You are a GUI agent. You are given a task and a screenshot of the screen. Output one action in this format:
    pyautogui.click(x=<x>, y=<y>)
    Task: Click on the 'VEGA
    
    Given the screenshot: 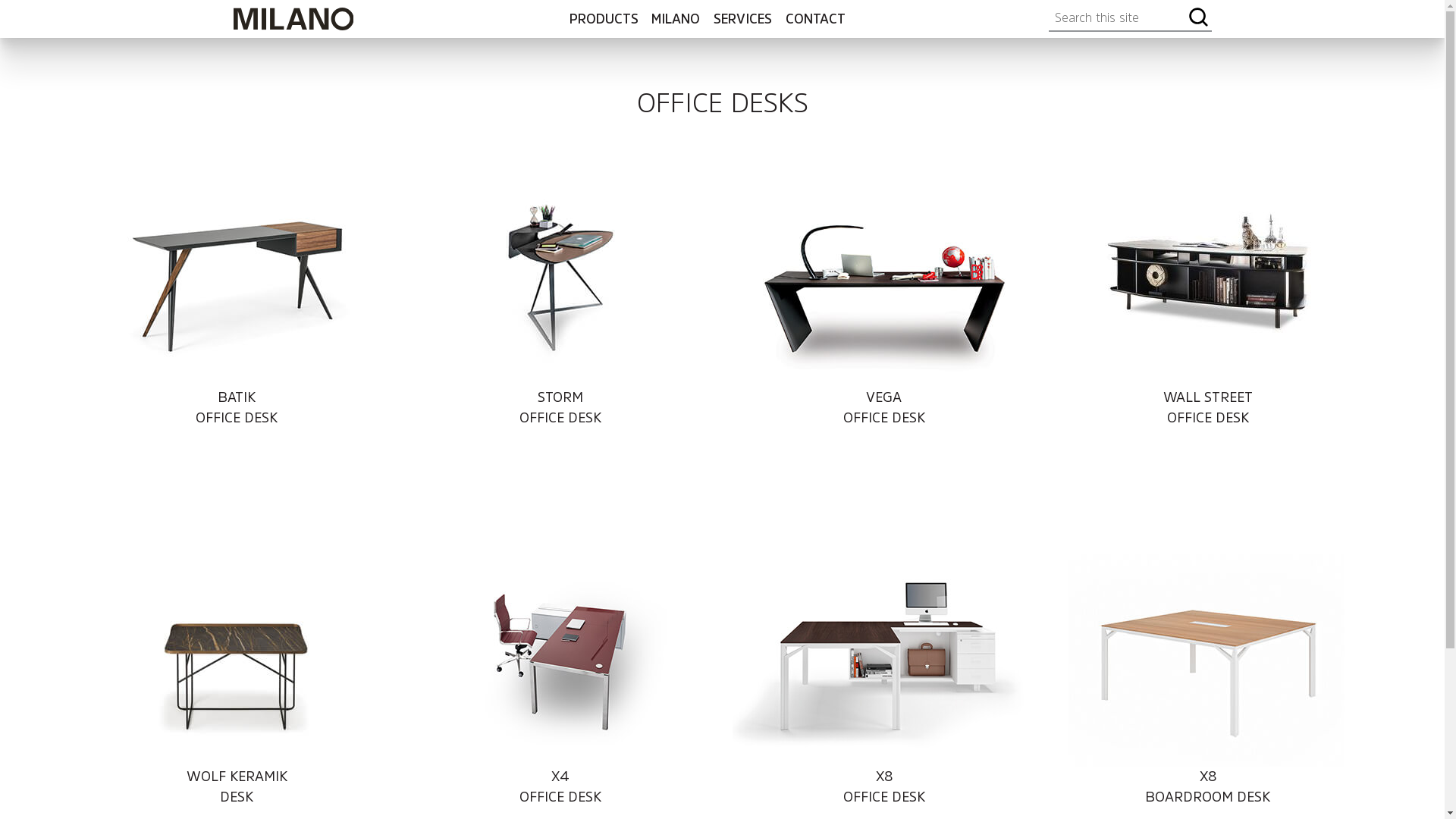 What is the action you would take?
    pyautogui.click(x=884, y=311)
    